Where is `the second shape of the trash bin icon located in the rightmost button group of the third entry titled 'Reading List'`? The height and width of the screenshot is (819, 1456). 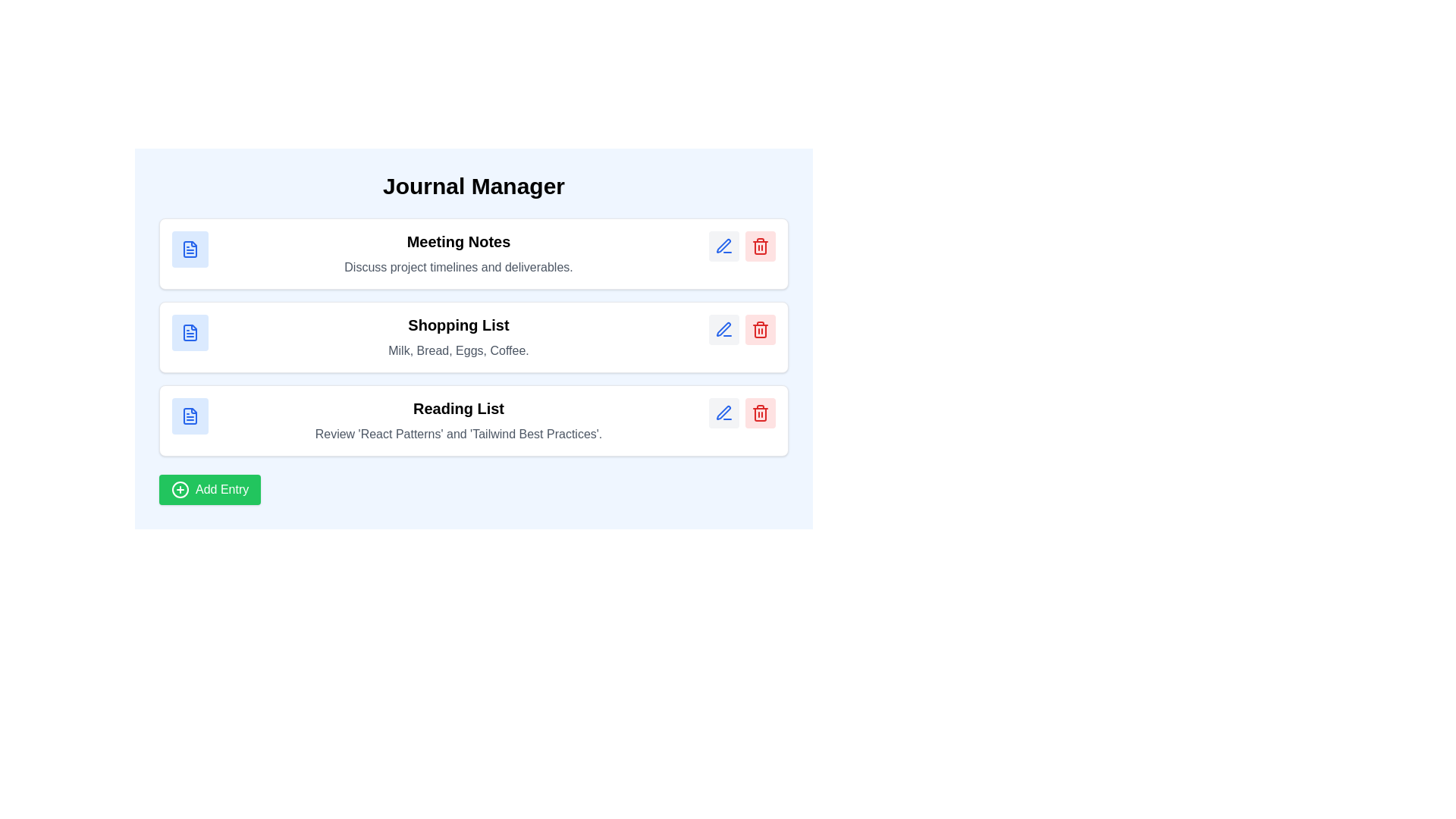
the second shape of the trash bin icon located in the rightmost button group of the third entry titled 'Reading List' is located at coordinates (761, 330).